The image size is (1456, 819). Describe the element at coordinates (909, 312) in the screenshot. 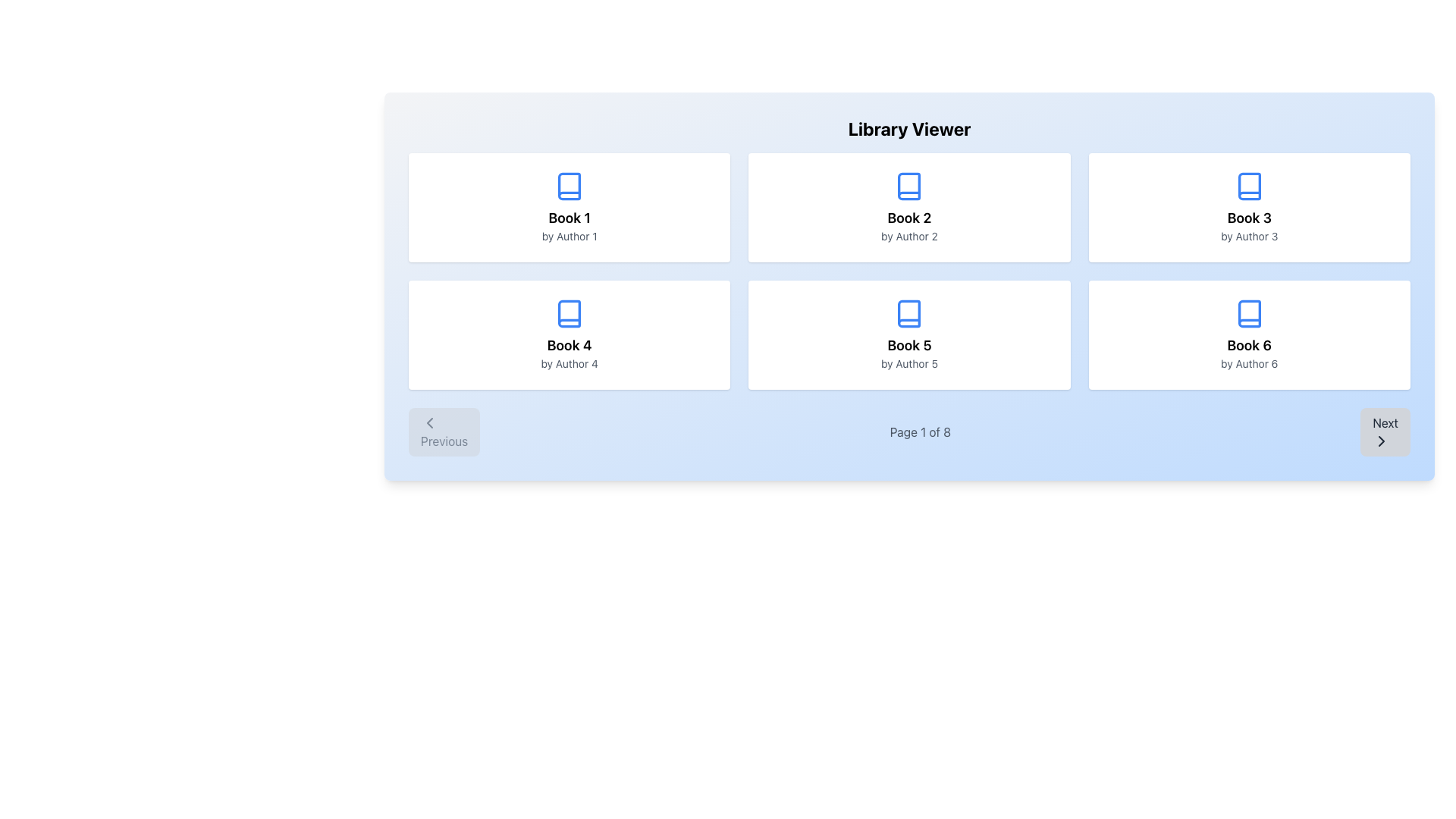

I see `the book icon located at the top of the card labeled 'Book 5 by Author 5', positioned centrally in the second row and last column of the grid layout` at that location.